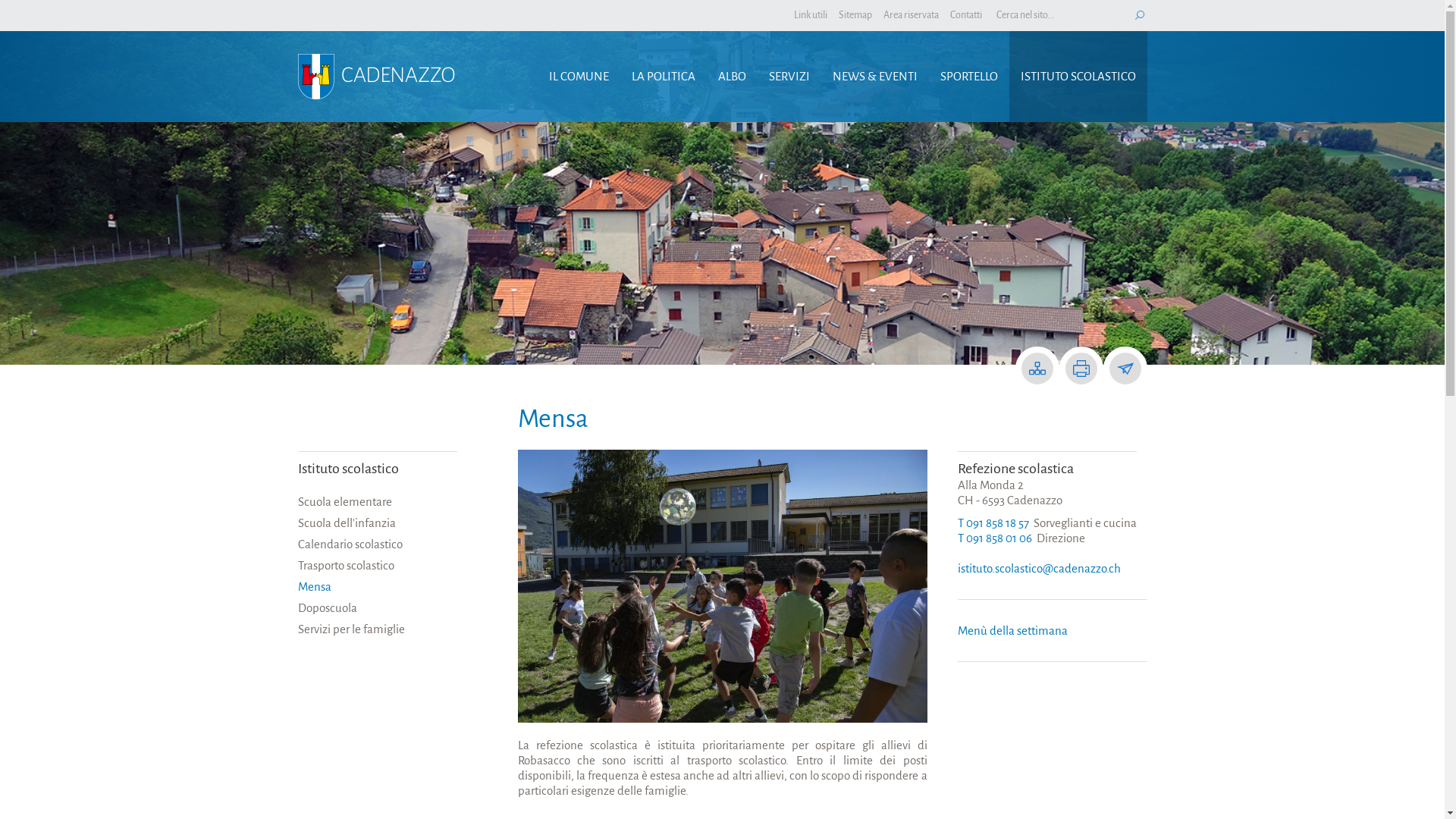 This screenshot has height=819, width=1456. What do you see at coordinates (949, 15) in the screenshot?
I see `'Contatti'` at bounding box center [949, 15].